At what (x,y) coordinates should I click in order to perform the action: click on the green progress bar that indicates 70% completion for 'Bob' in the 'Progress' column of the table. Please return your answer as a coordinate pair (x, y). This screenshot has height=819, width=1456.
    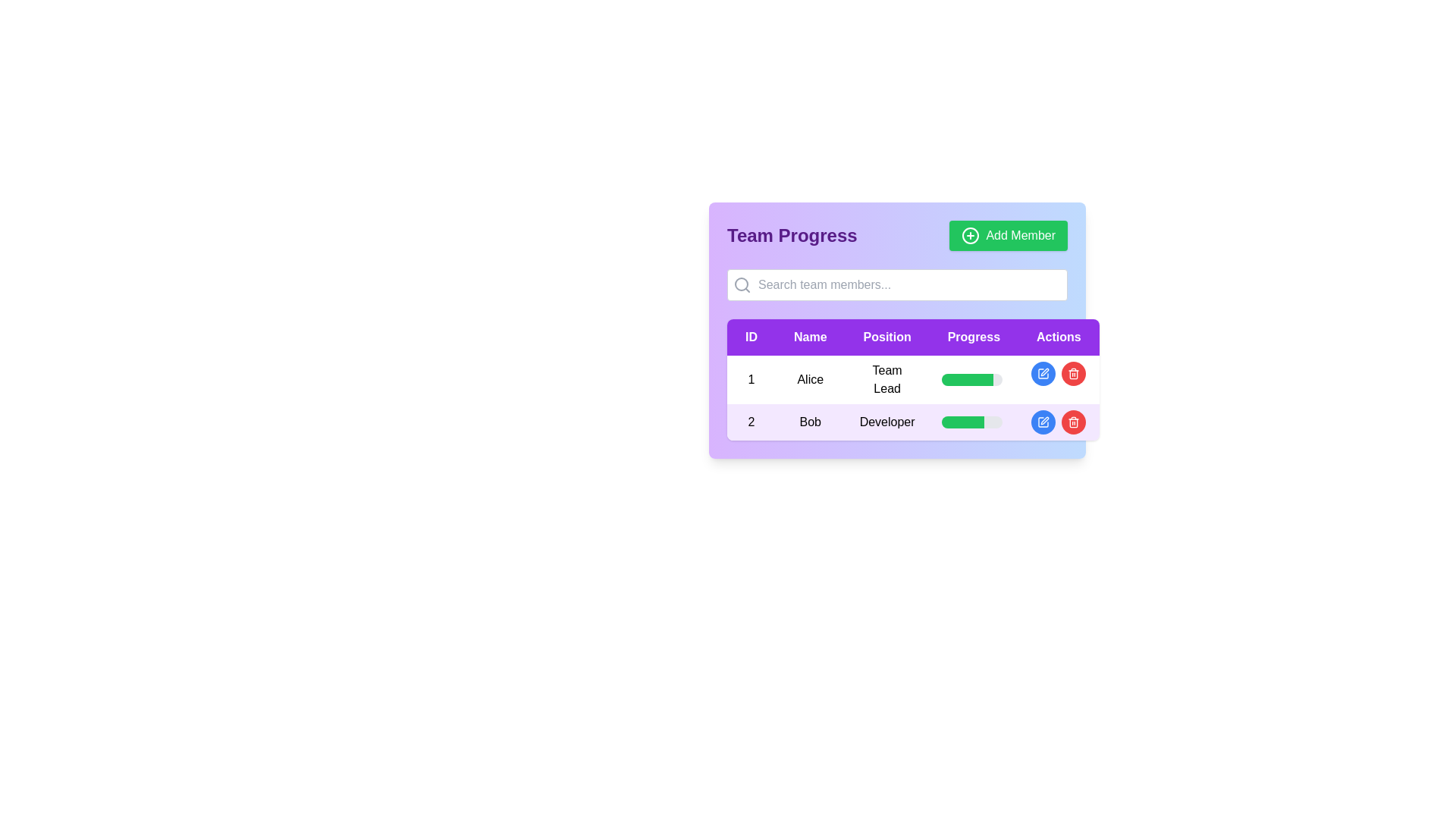
    Looking at the image, I should click on (962, 422).